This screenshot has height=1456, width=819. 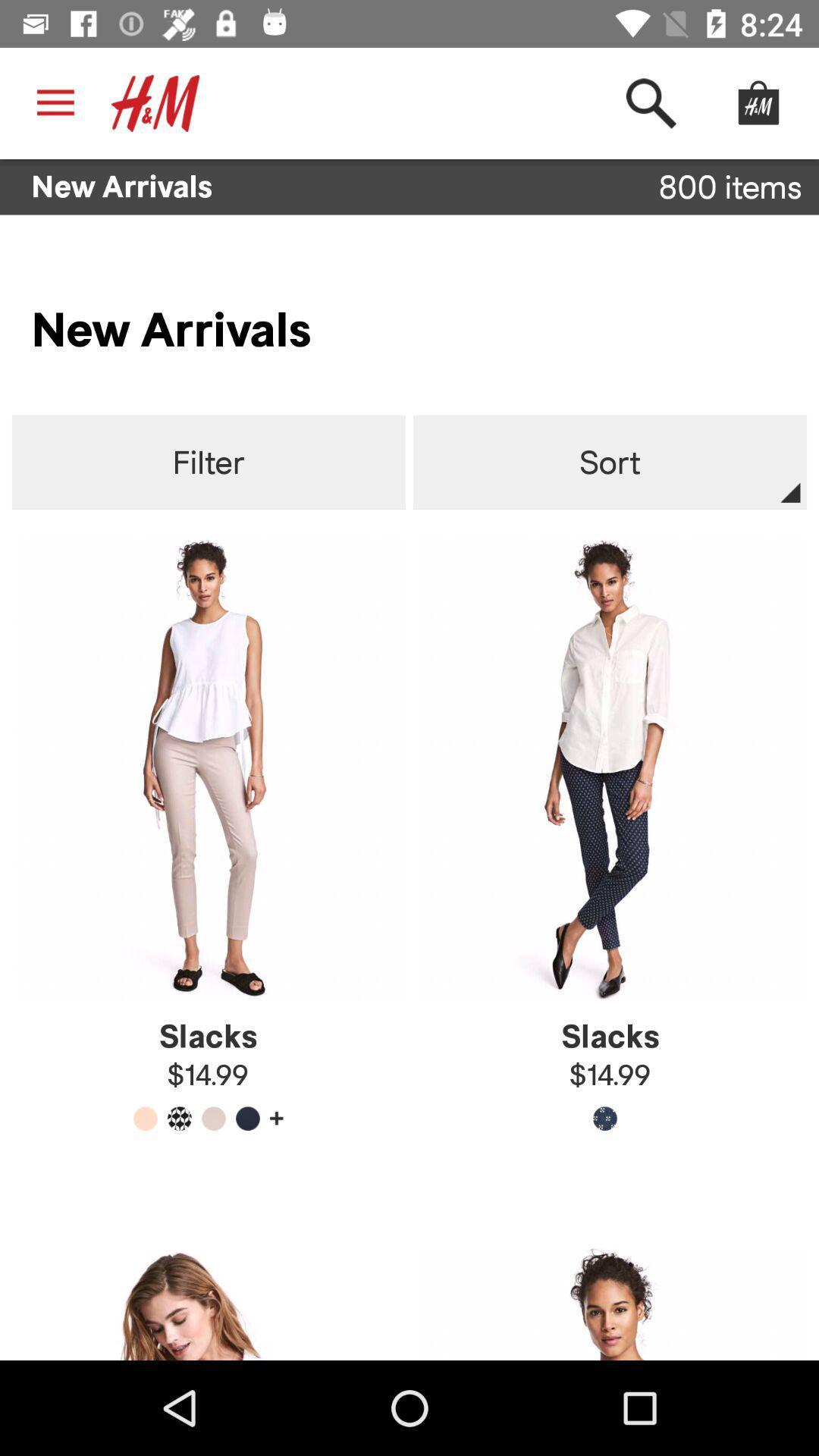 I want to click on the item next to sort, so click(x=209, y=462).